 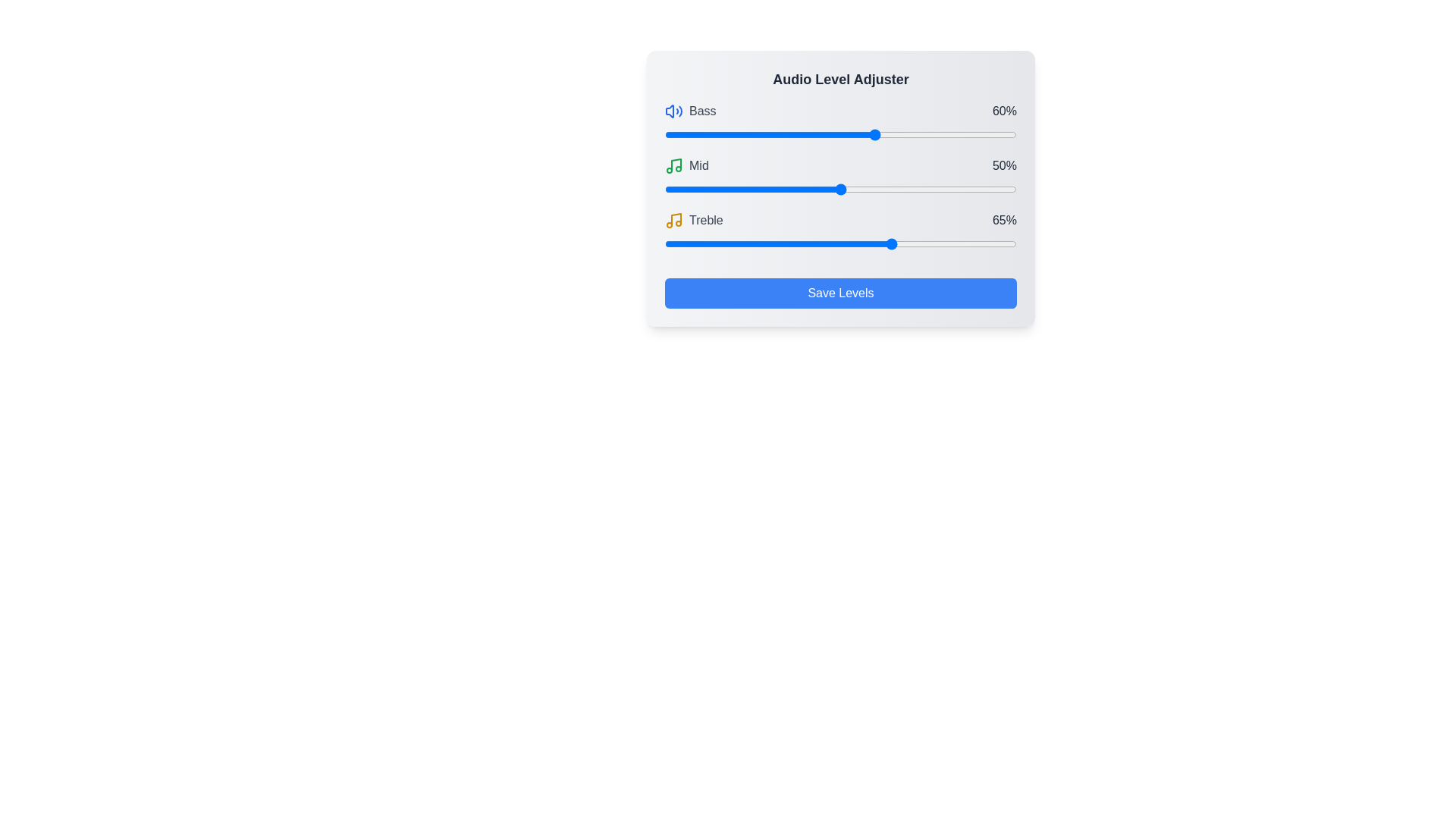 What do you see at coordinates (689, 110) in the screenshot?
I see `the 'Bass' Text Label, which identifies the audio control section for bass adjustments, located to the left of the percentage label '60%' and immediately after the blue speaker icon` at bounding box center [689, 110].